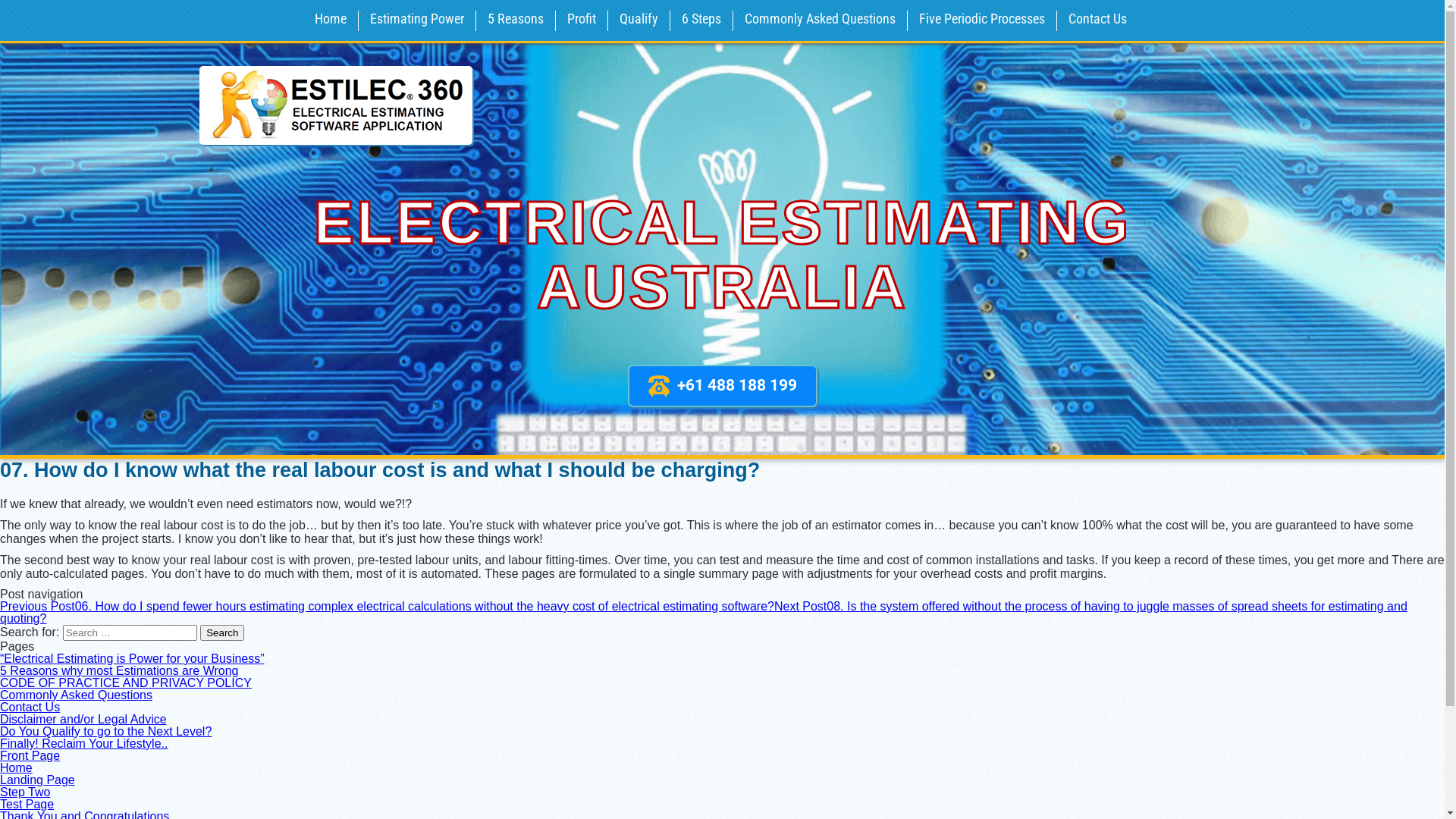 Image resolution: width=1456 pixels, height=819 pixels. What do you see at coordinates (37, 780) in the screenshot?
I see `'Landing Page'` at bounding box center [37, 780].